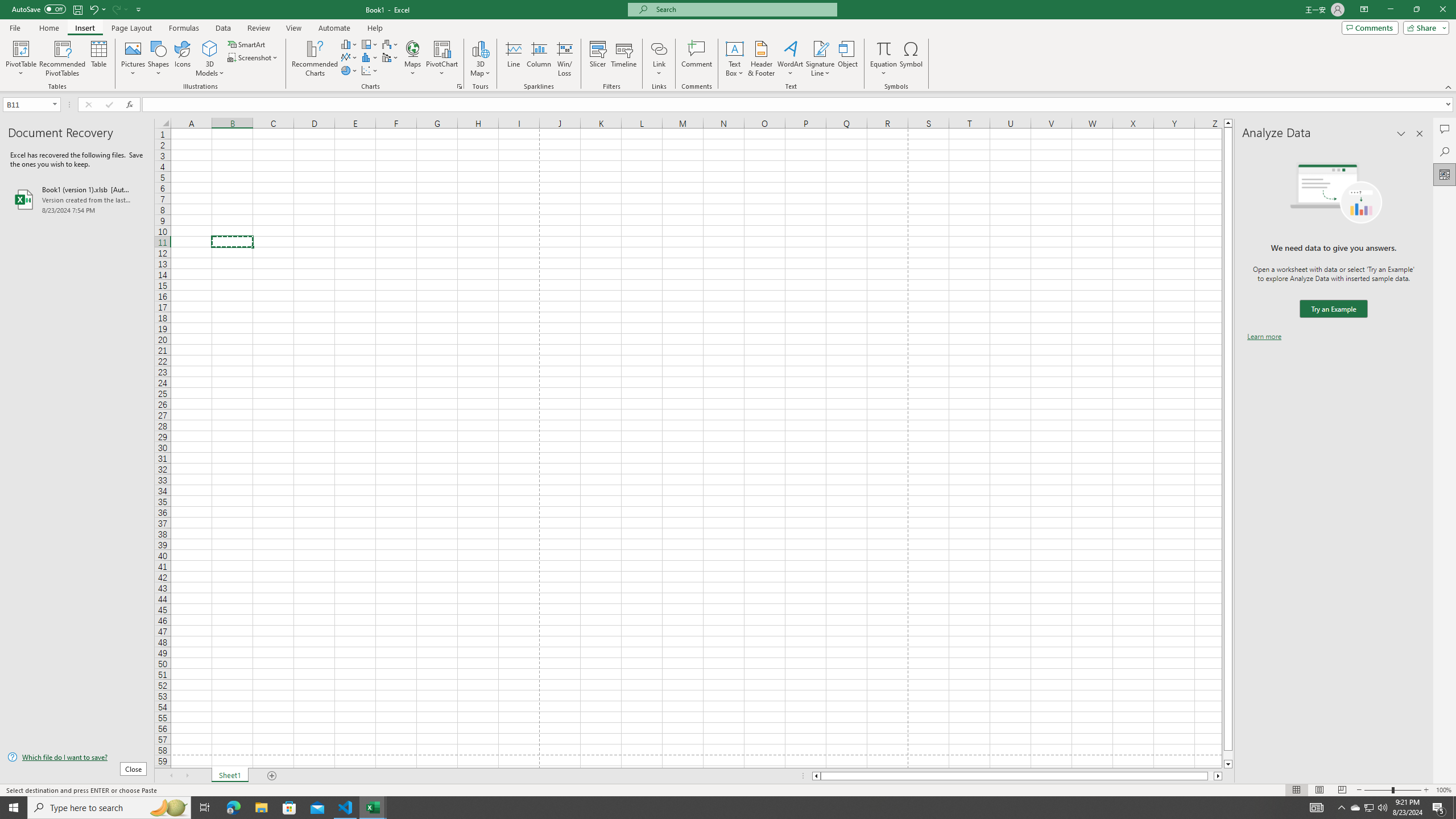 This screenshot has height=819, width=1456. I want to click on 'Insert Combo Chart', so click(390, 56).